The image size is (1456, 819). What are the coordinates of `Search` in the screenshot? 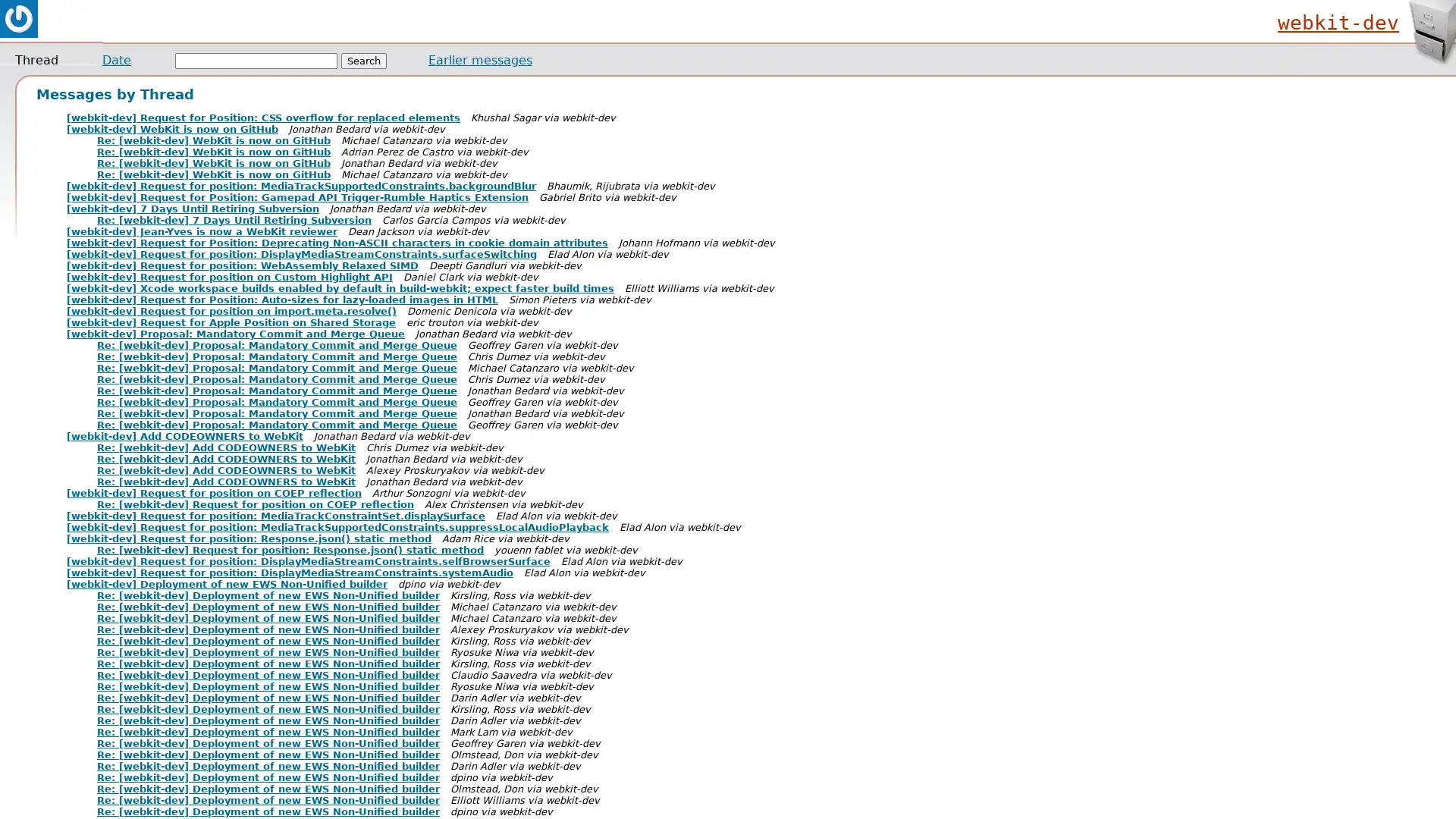 It's located at (364, 60).